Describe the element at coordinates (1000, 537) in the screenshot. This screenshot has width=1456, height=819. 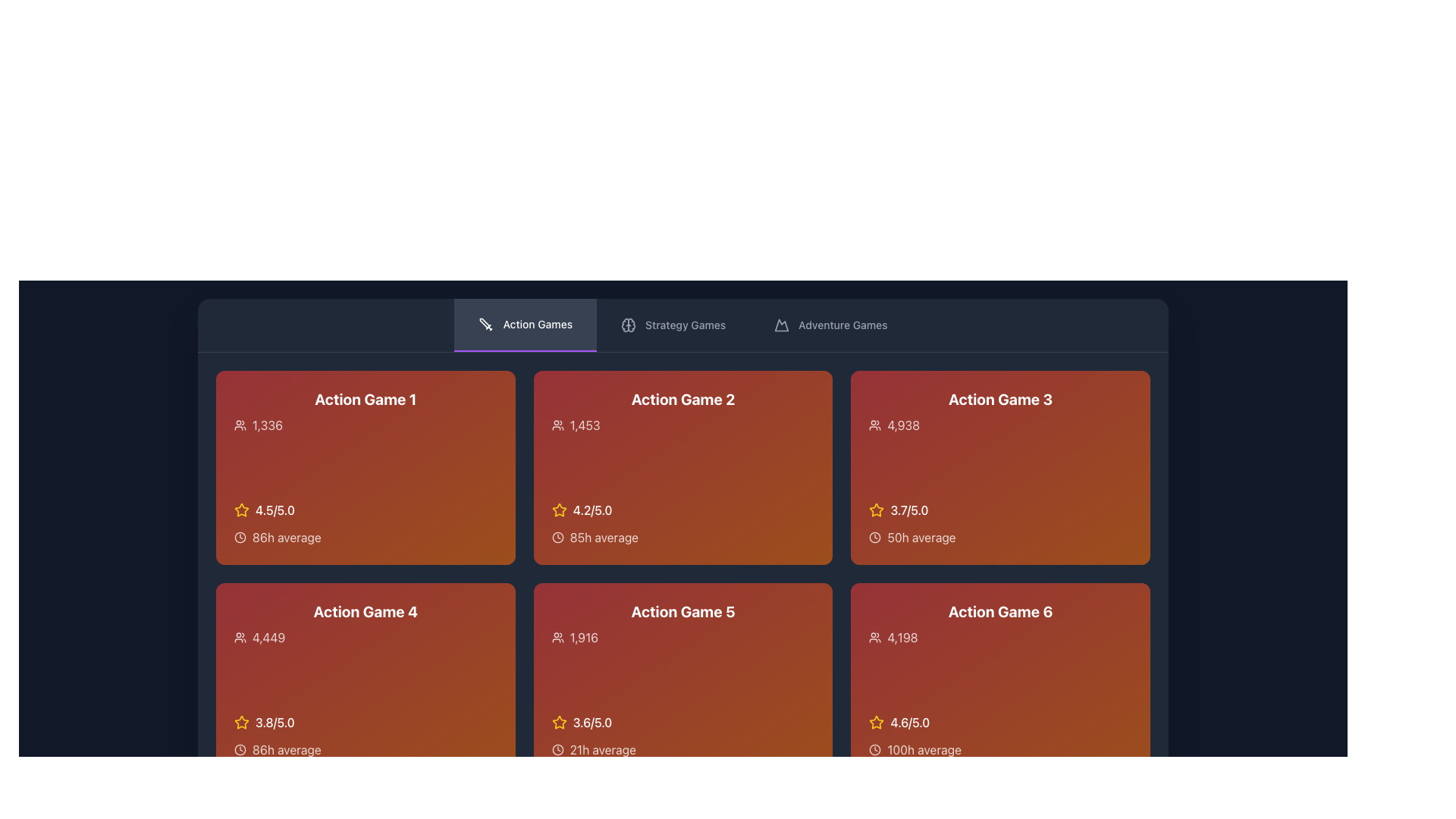
I see `information text about the average playtime for 'Action Game 3', which is located at the bottom-right of the card and is the second line beneath the star rating, to the right of the clock icon` at that location.